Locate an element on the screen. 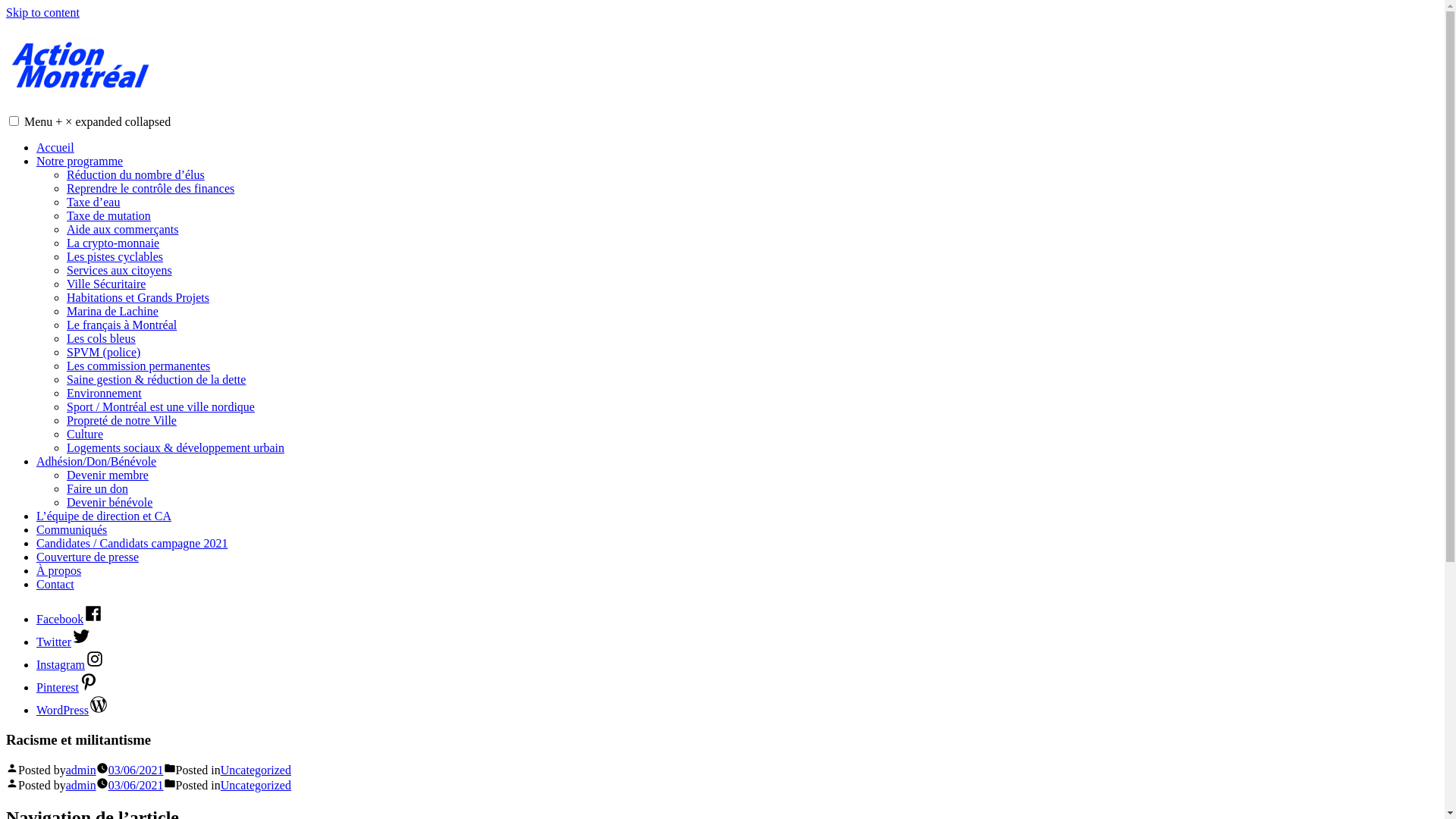 The height and width of the screenshot is (819, 1456). 'Facebook' is located at coordinates (68, 619).